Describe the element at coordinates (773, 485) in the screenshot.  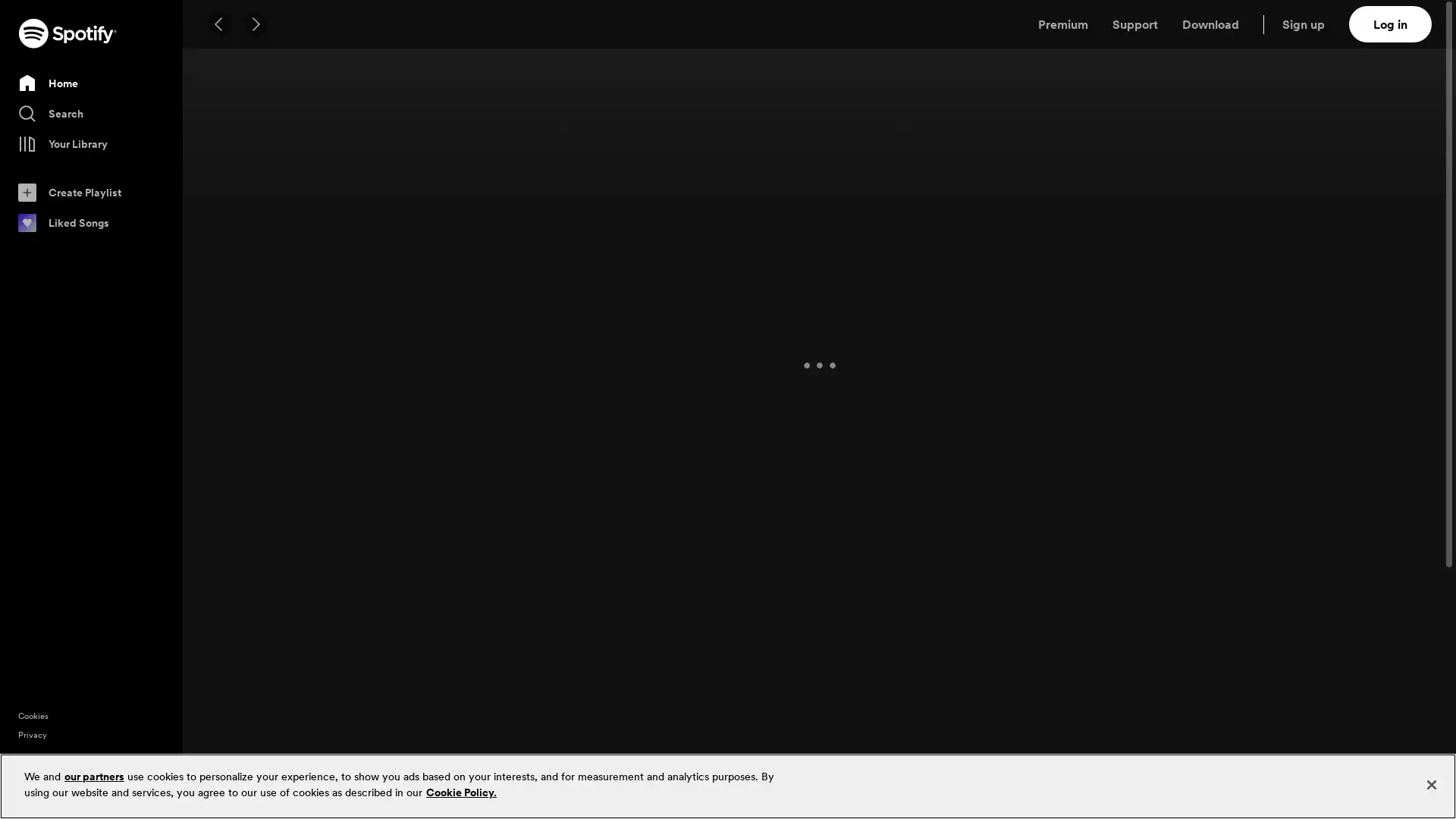
I see `Play Jazz in the Background` at that location.